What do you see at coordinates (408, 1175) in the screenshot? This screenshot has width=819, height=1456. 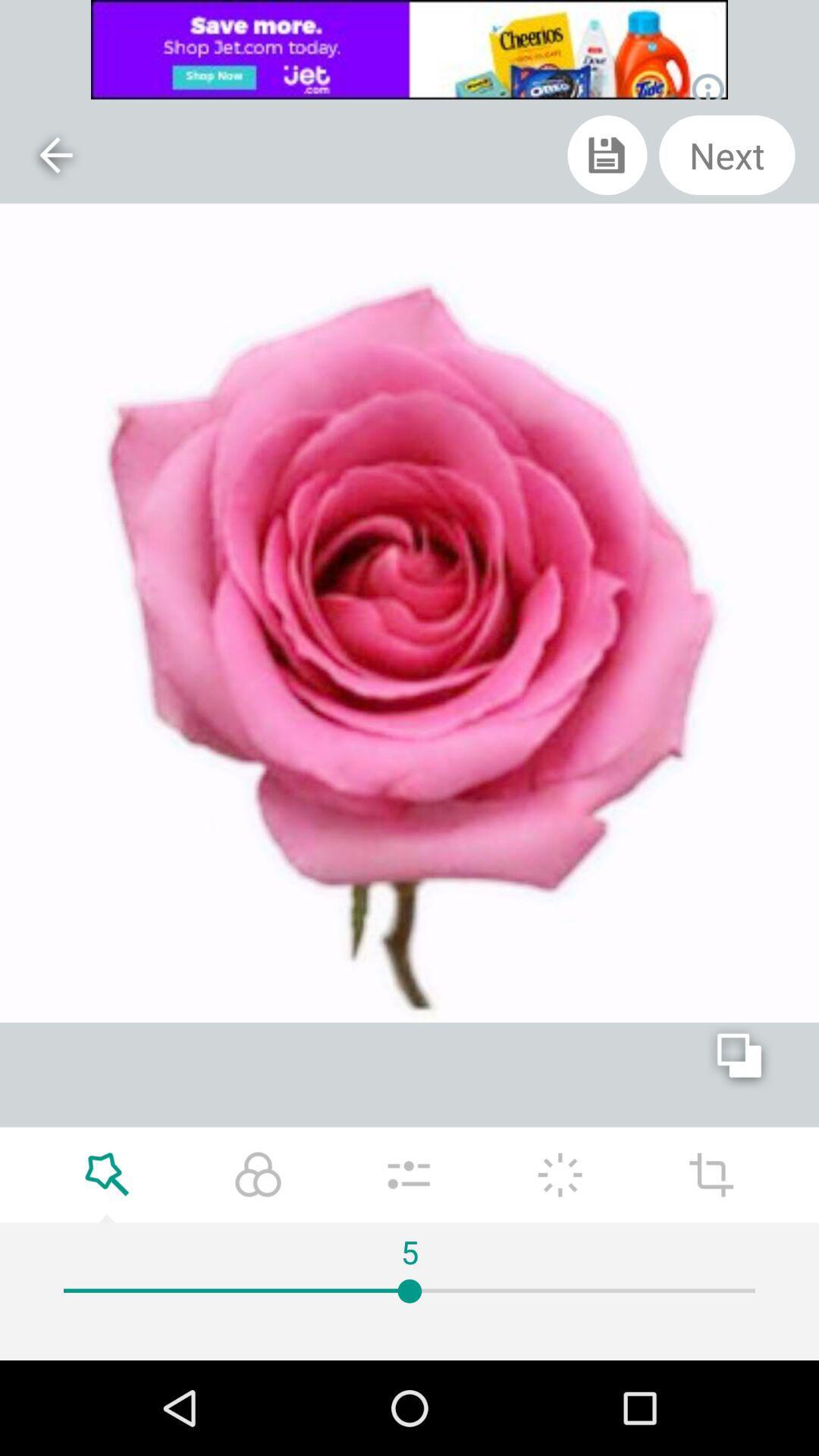 I see `the third button from the bottom left corner of the page` at bounding box center [408, 1175].